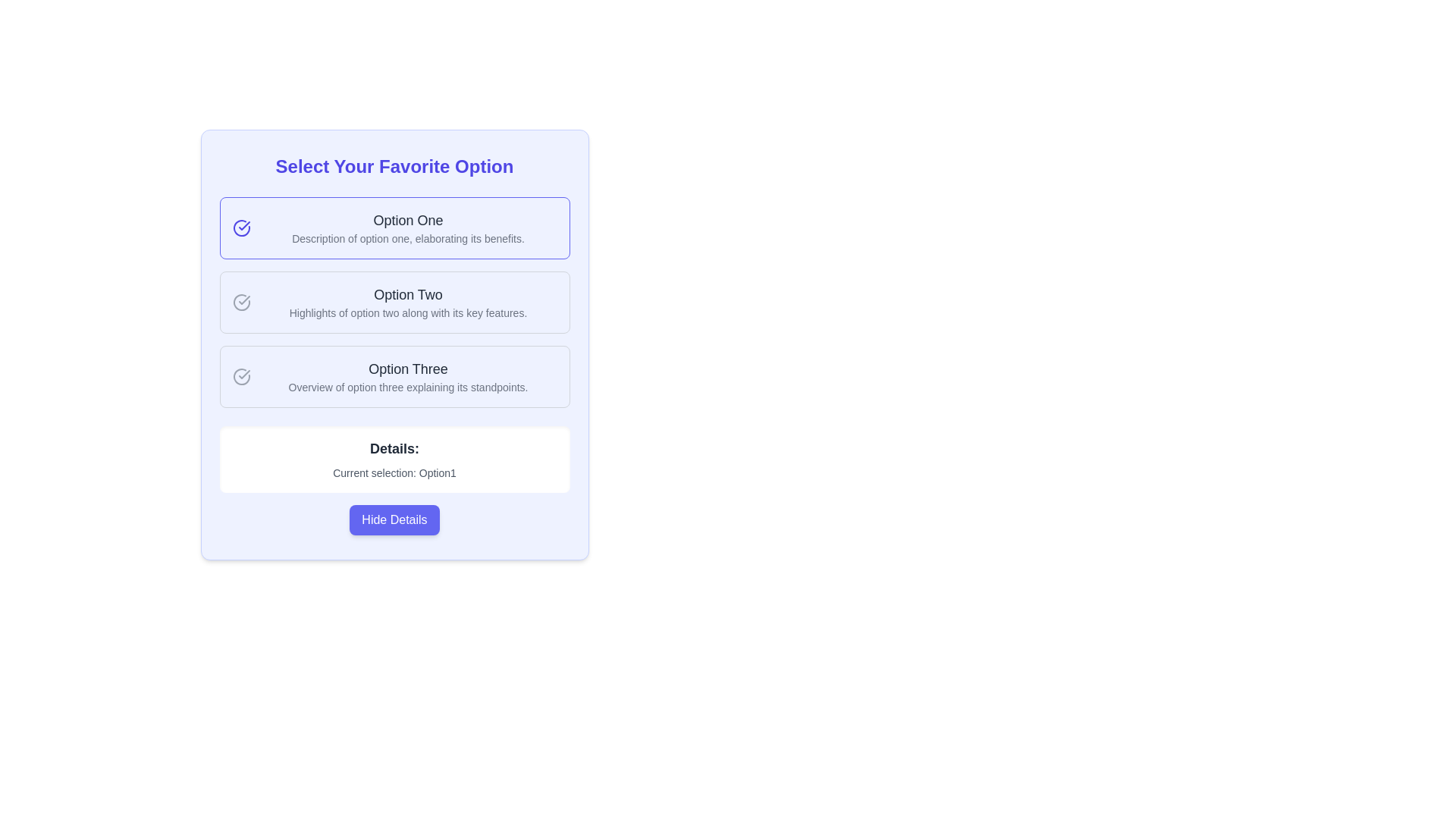 The image size is (1456, 819). I want to click on the selection indicator icon for the second option in the 'Option Two' block, which marks it as a selectable item, so click(240, 302).